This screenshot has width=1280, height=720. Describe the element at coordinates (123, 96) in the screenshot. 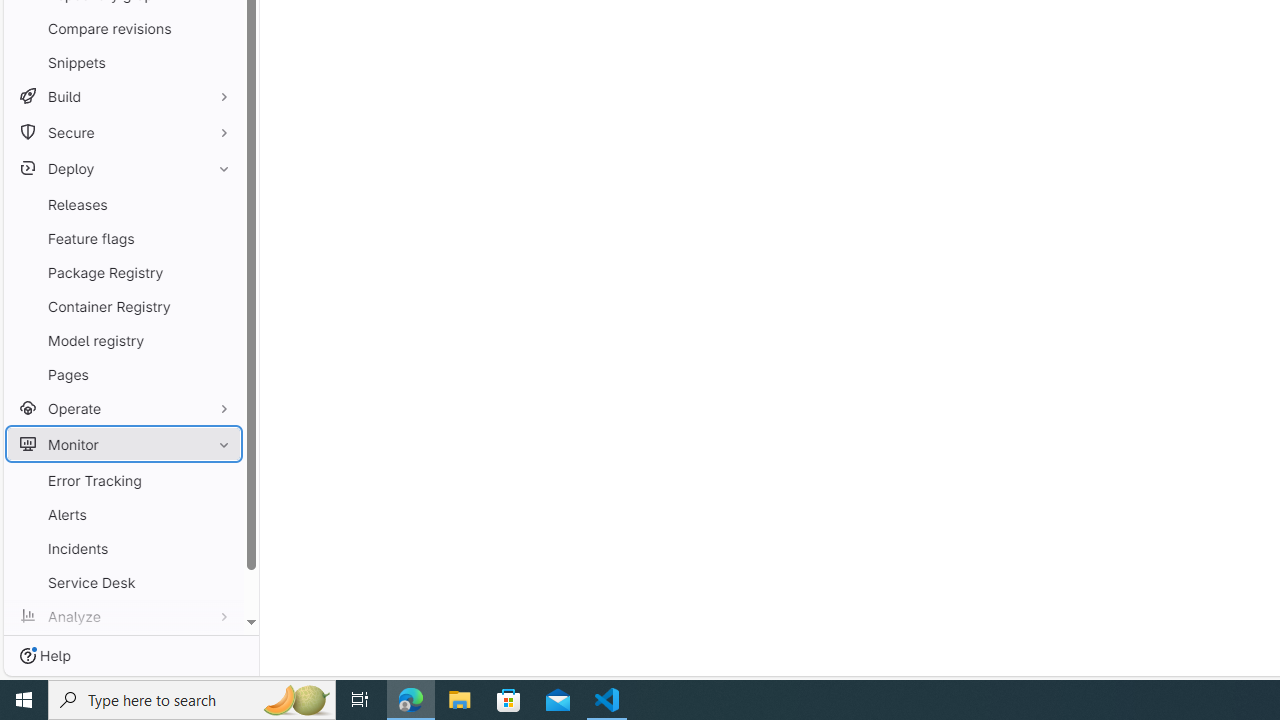

I see `'Build'` at that location.